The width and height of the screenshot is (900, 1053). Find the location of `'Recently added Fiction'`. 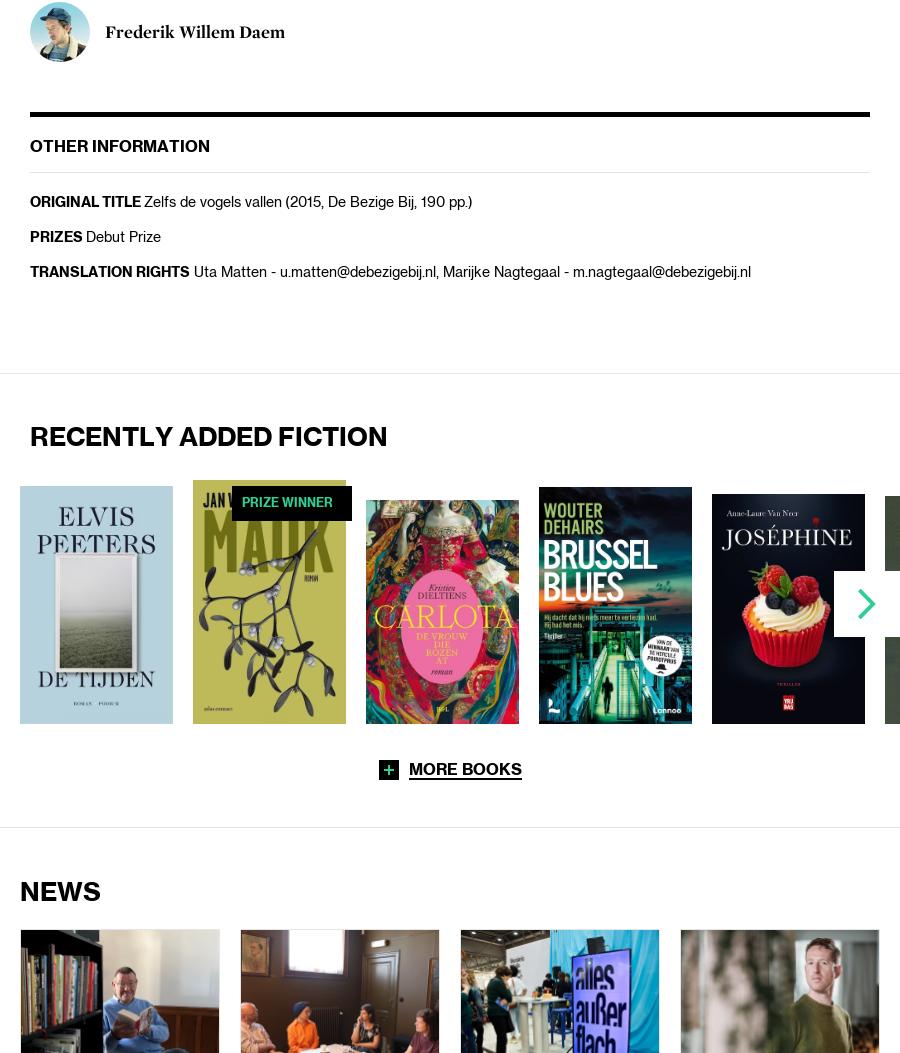

'Recently added Fiction' is located at coordinates (208, 437).